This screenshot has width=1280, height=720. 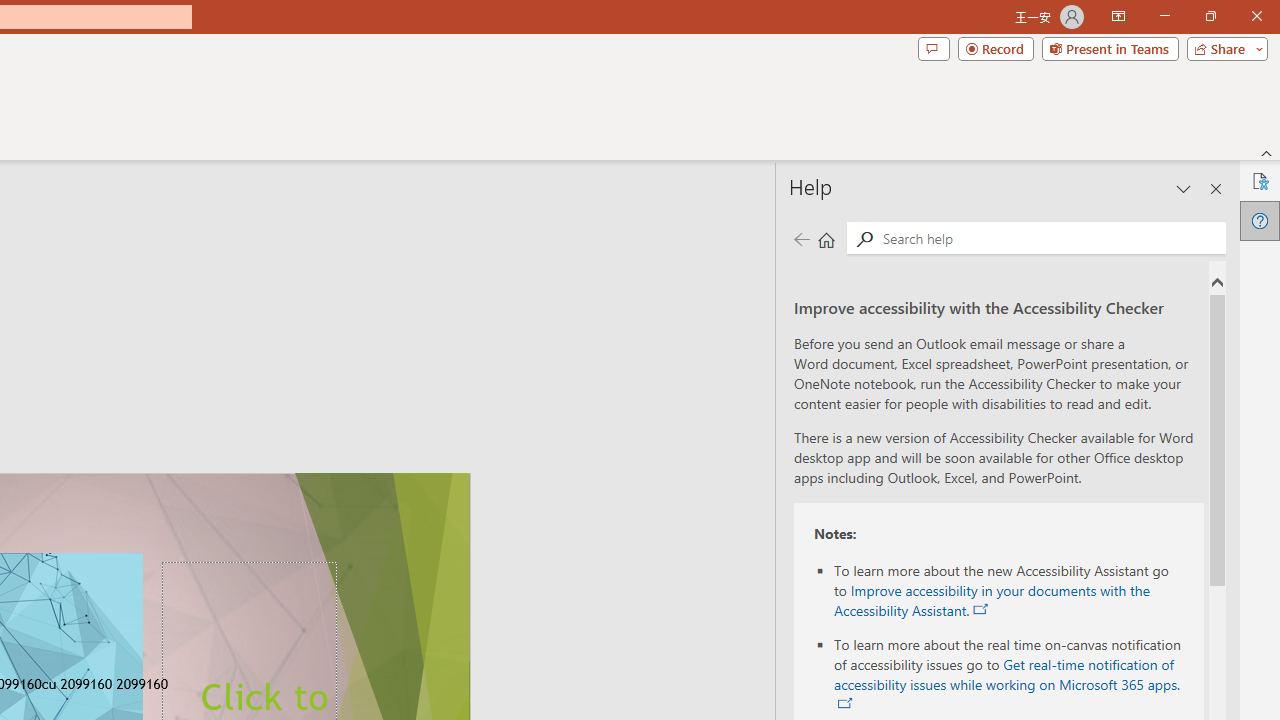 I want to click on 'Previous page', so click(x=801, y=238).